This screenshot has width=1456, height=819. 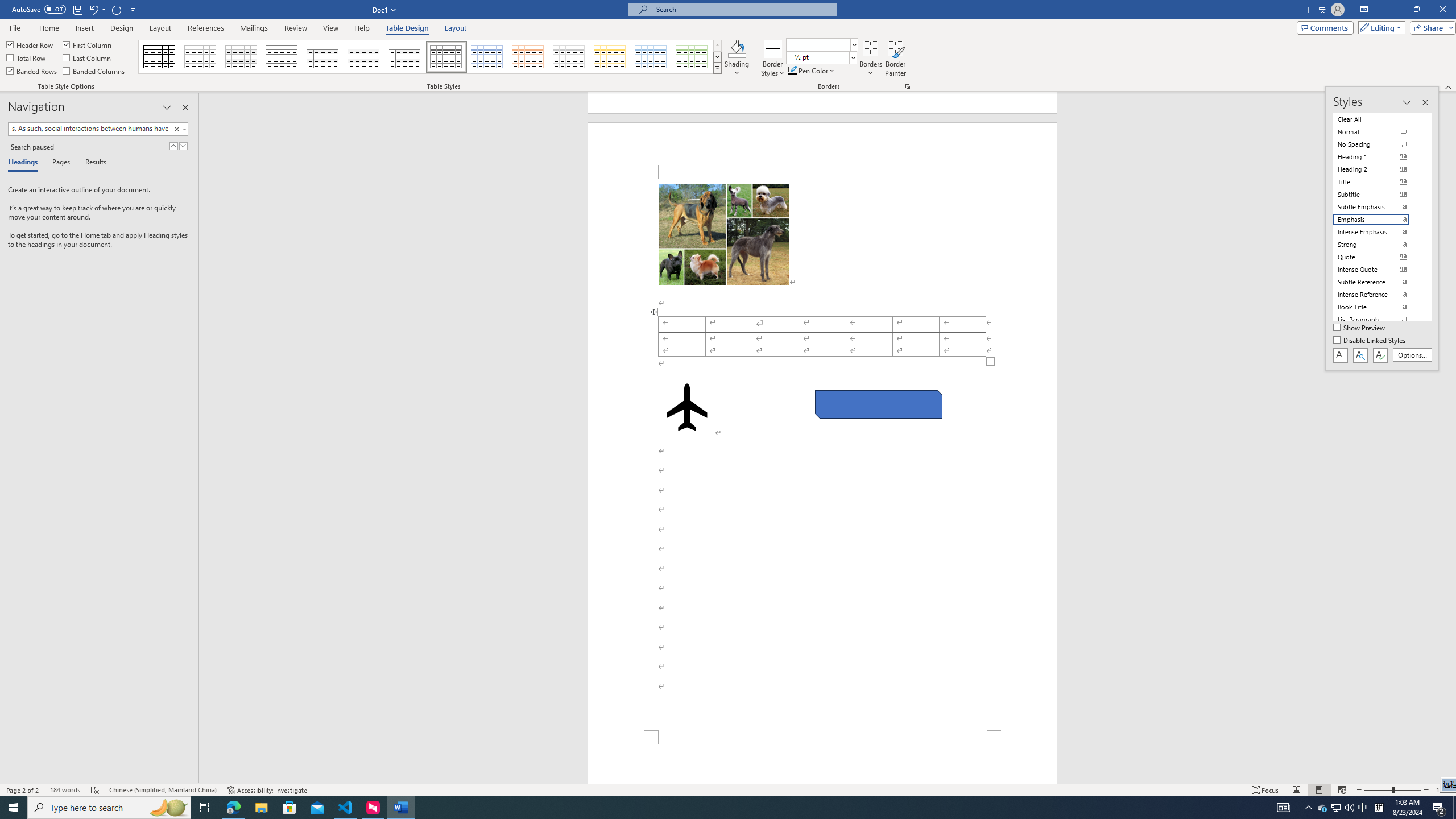 What do you see at coordinates (1392, 790) in the screenshot?
I see `'Zoom'` at bounding box center [1392, 790].